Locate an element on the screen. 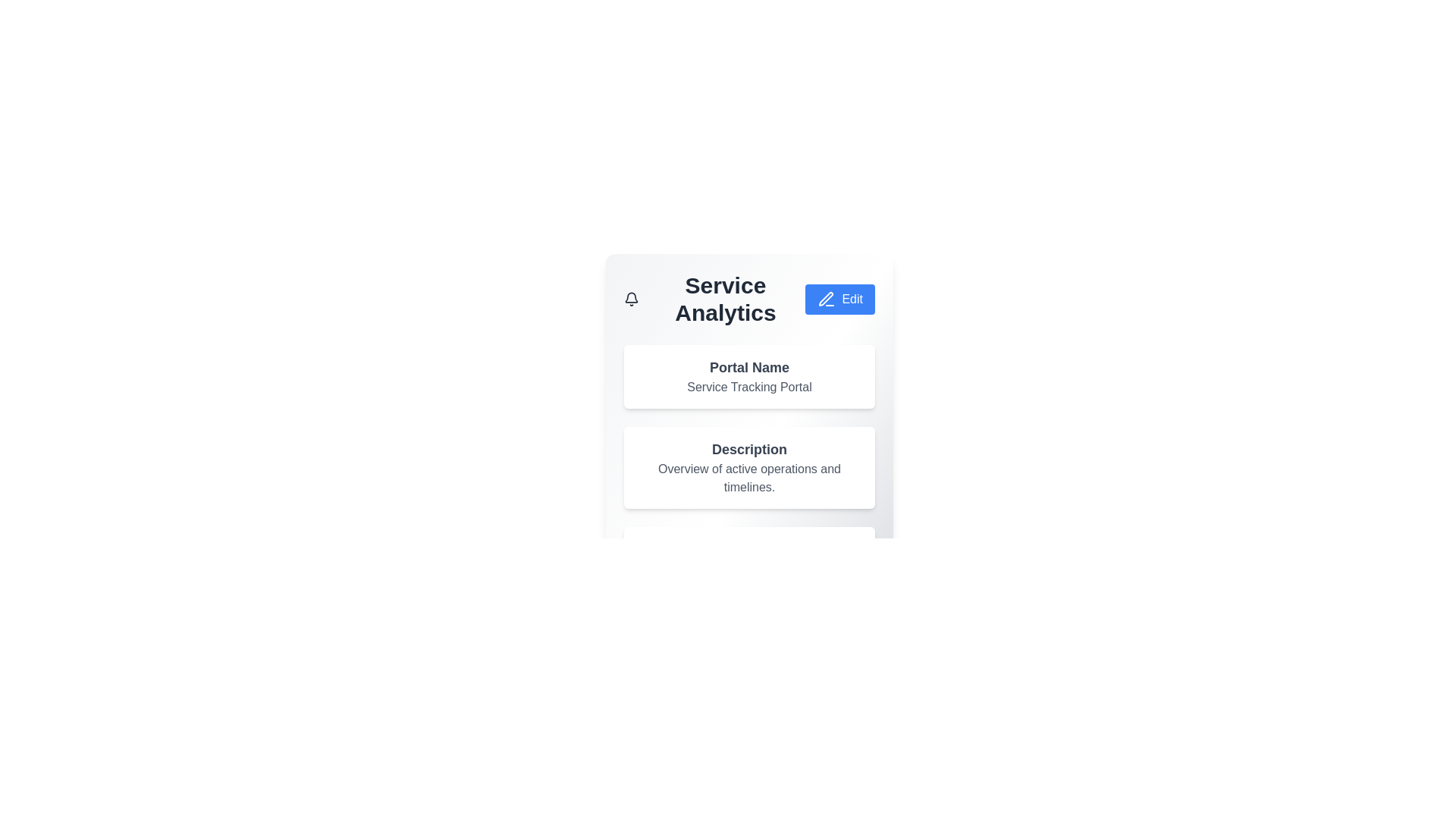 Image resolution: width=1456 pixels, height=819 pixels. the rectangular blue button labeled 'Edit' with a pen icon, located at the top-right corner of the 'Service Analytics' section is located at coordinates (839, 299).